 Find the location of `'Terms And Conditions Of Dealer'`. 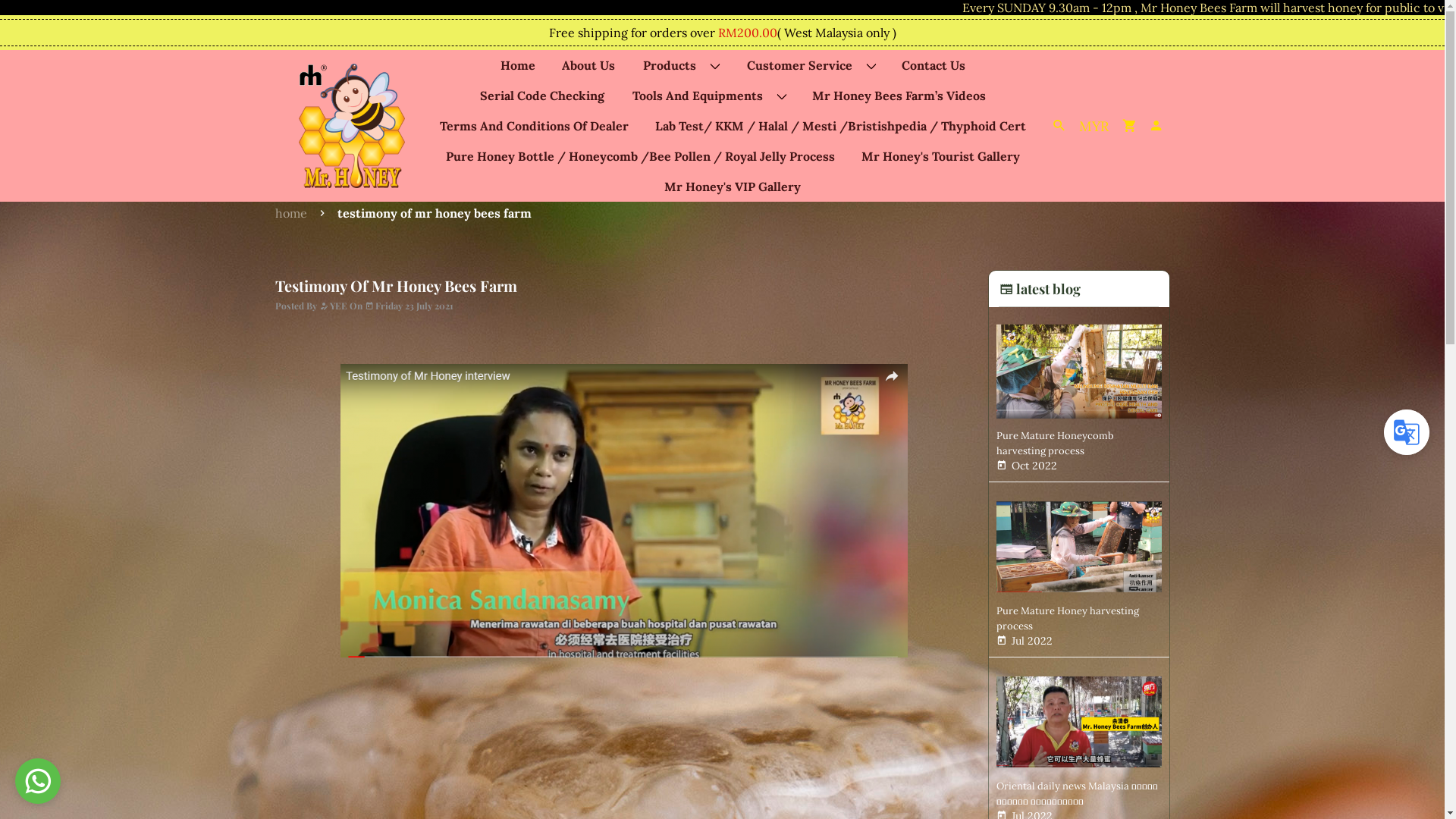

'Terms And Conditions Of Dealer' is located at coordinates (534, 124).